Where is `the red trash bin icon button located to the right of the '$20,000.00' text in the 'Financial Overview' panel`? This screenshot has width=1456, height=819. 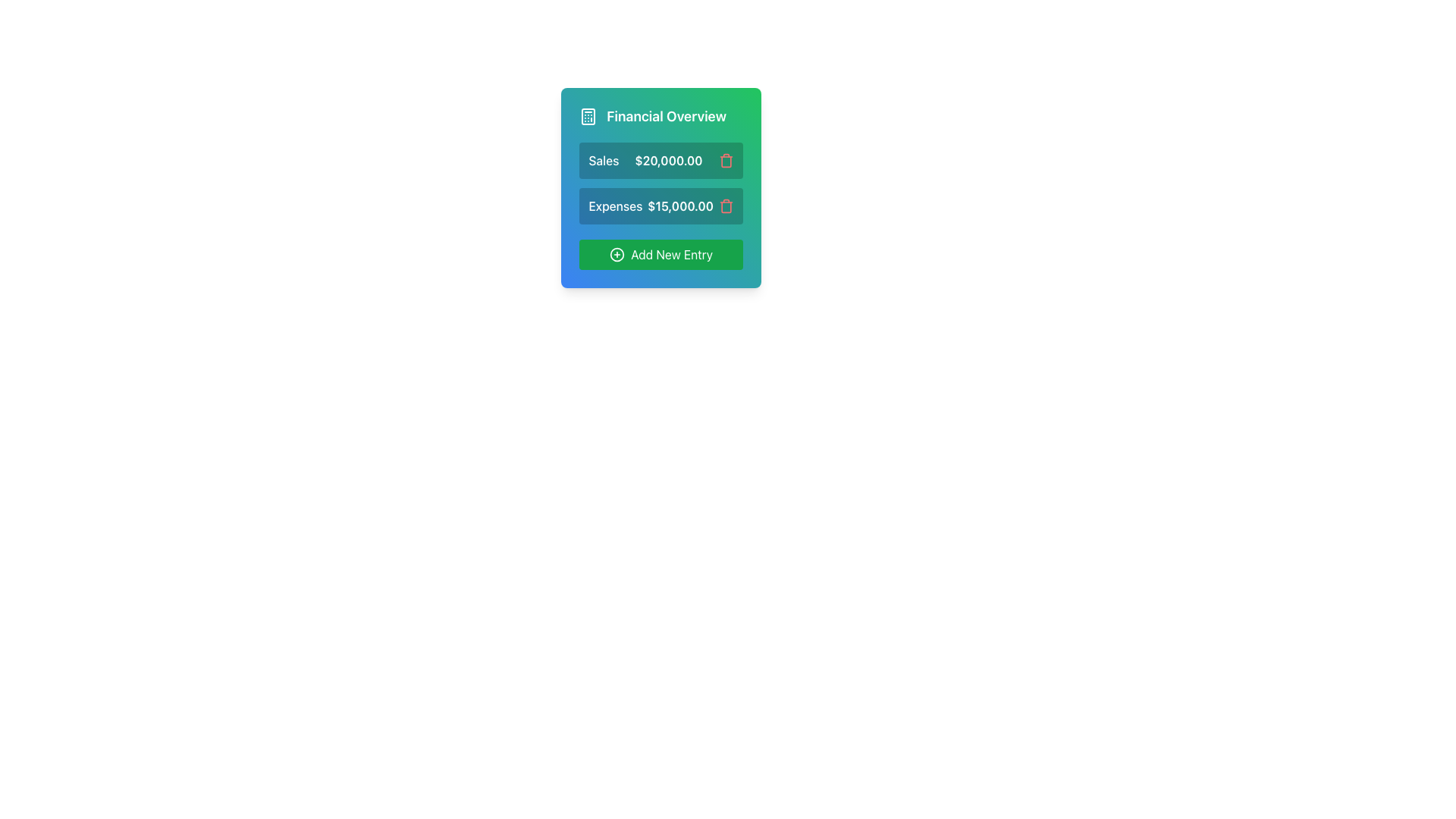
the red trash bin icon button located to the right of the '$20,000.00' text in the 'Financial Overview' panel is located at coordinates (725, 161).